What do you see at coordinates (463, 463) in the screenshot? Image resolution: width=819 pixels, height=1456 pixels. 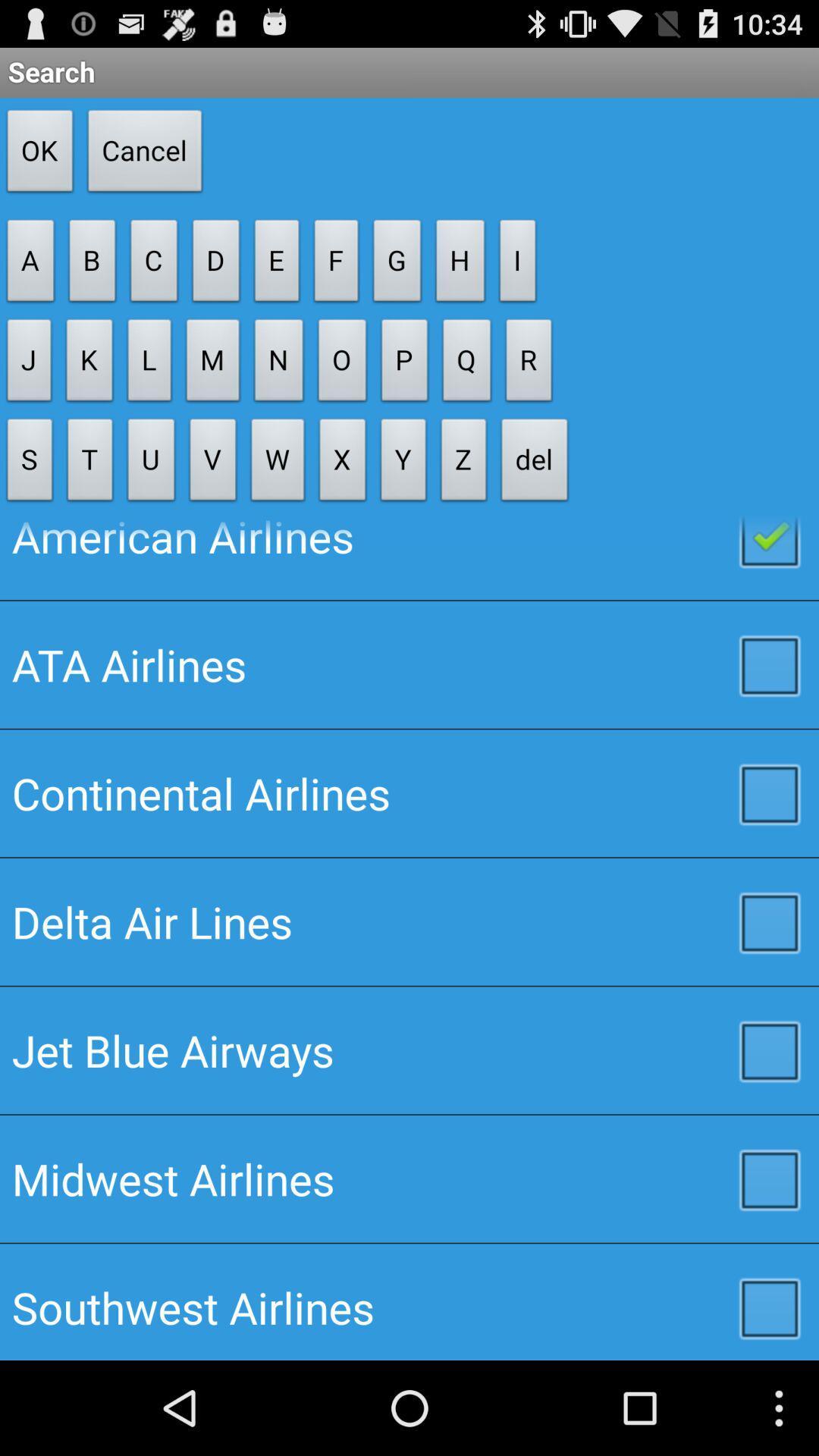 I see `item next to the p item` at bounding box center [463, 463].